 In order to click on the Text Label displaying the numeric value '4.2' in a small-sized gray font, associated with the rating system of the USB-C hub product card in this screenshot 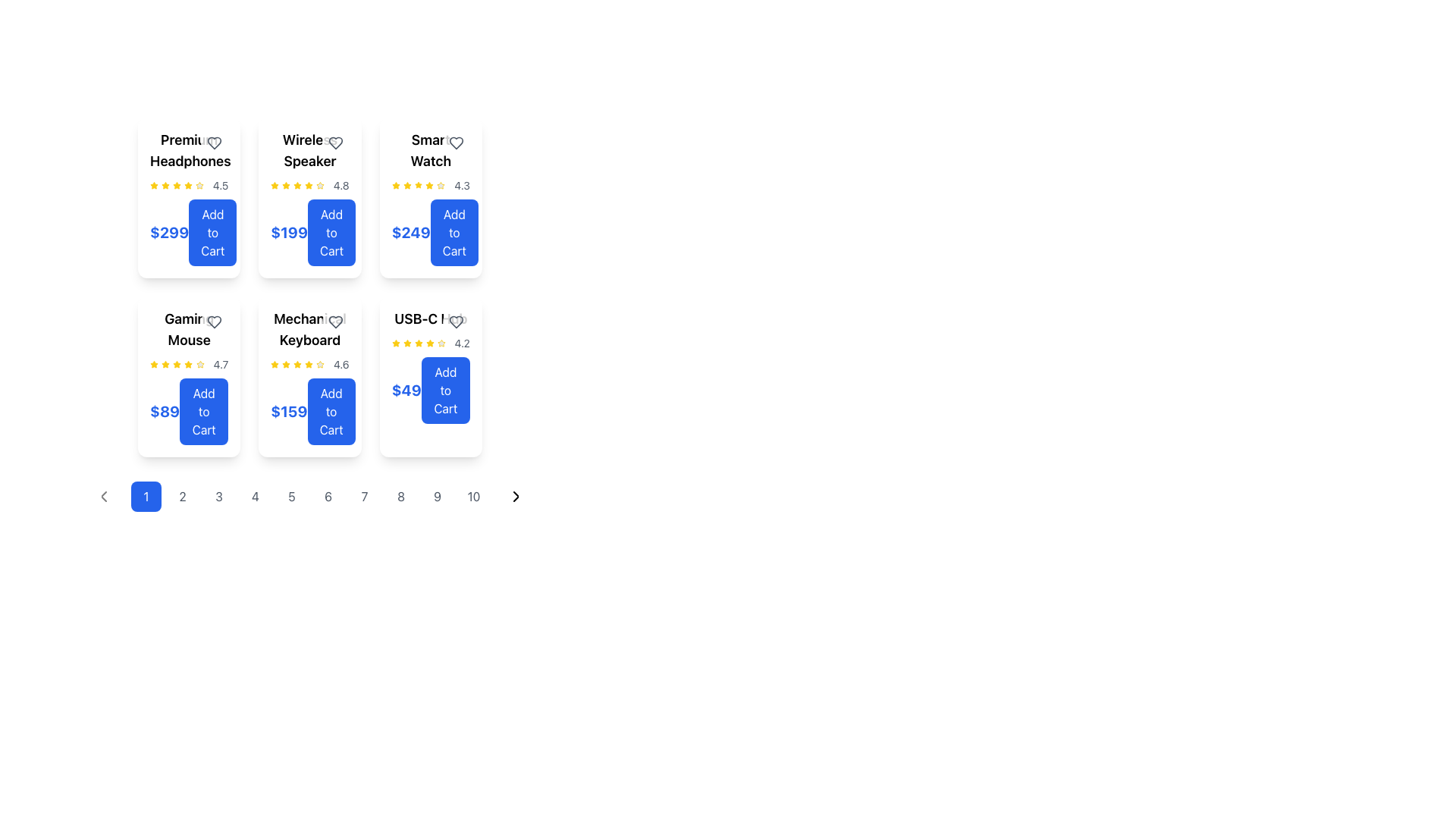, I will do `click(461, 343)`.